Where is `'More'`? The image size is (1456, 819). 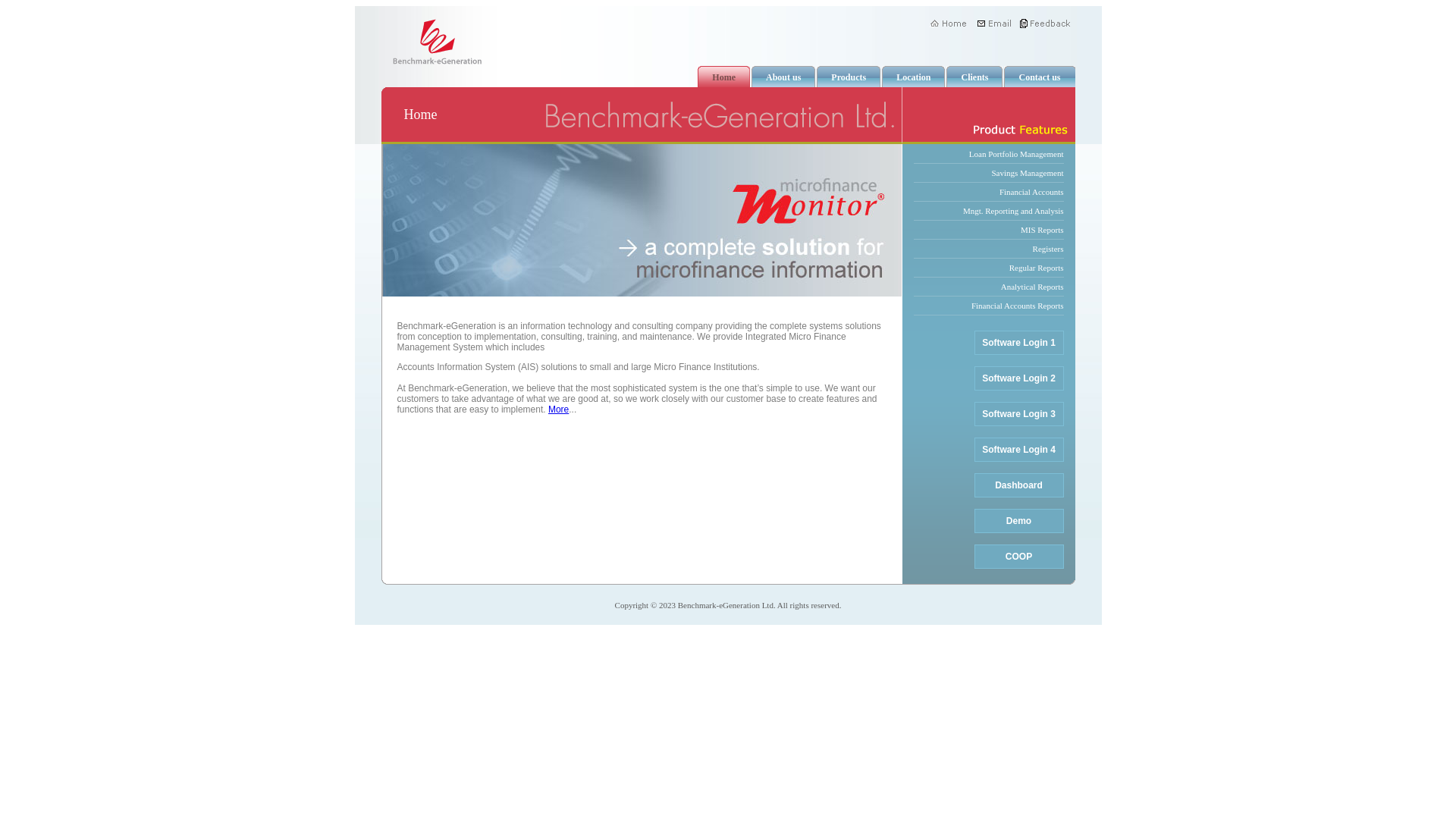 'More' is located at coordinates (557, 409).